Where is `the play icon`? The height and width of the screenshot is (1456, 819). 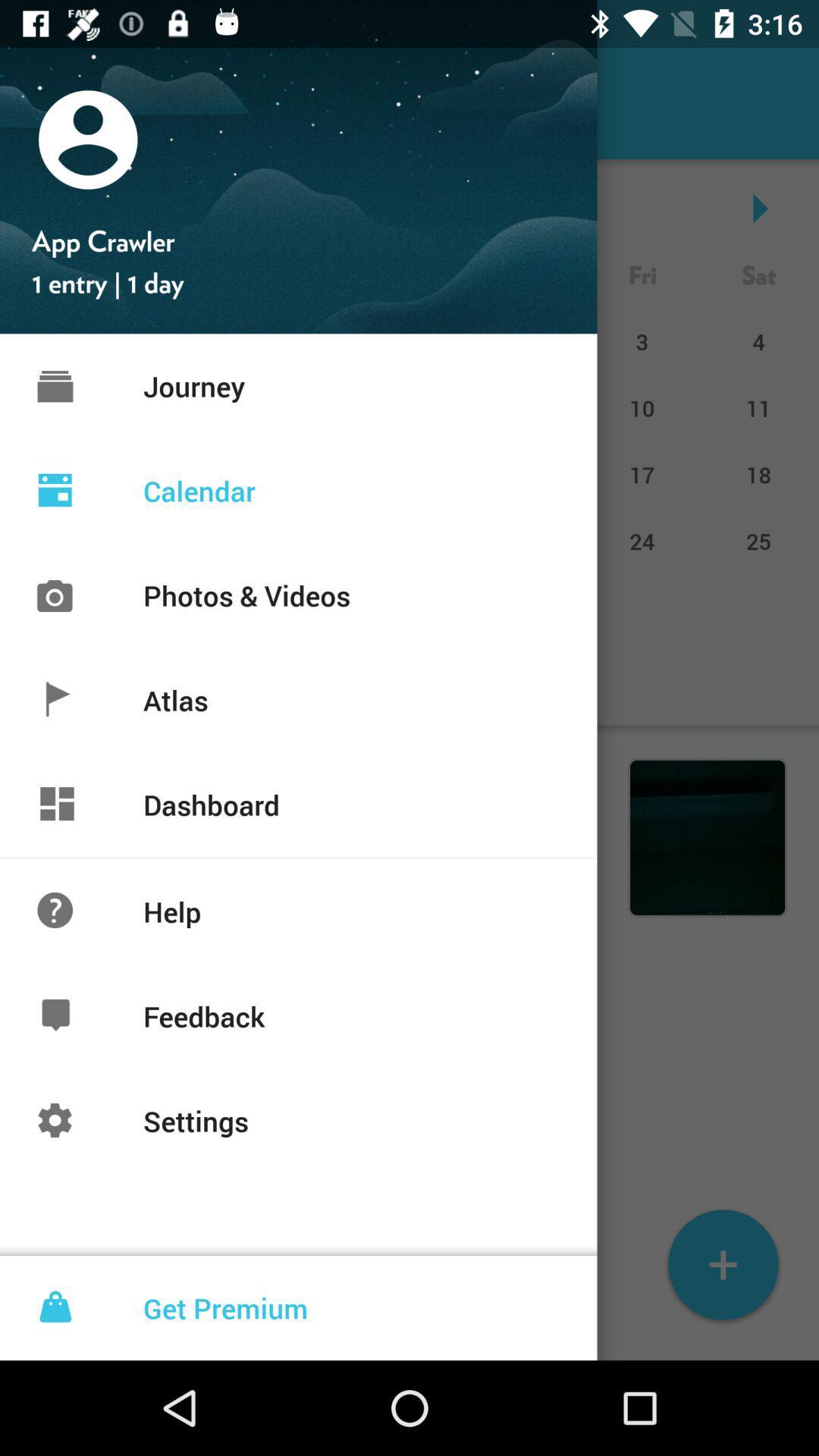 the play icon is located at coordinates (758, 207).